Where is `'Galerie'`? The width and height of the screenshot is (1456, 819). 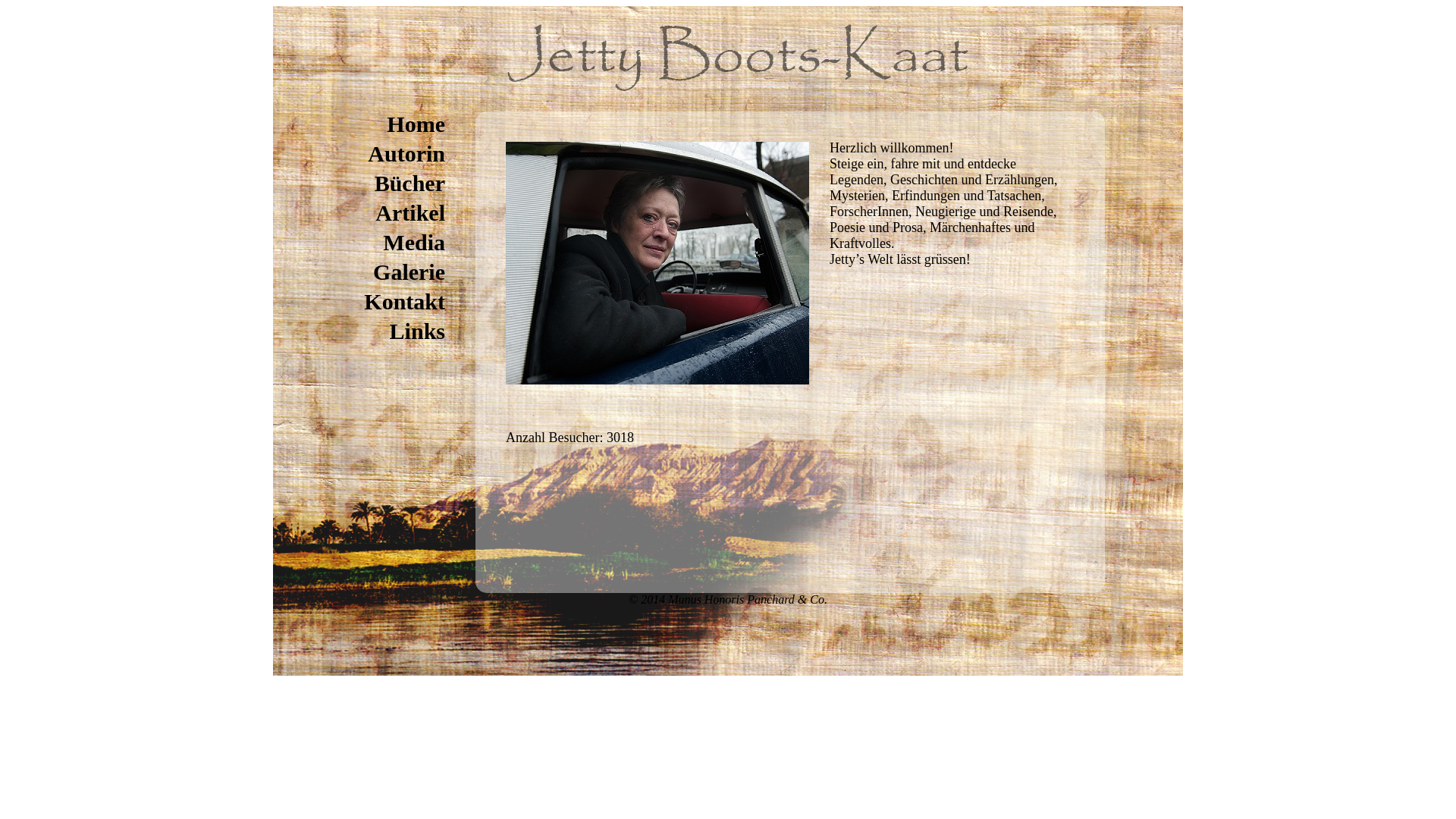
'Galerie' is located at coordinates (372, 271).